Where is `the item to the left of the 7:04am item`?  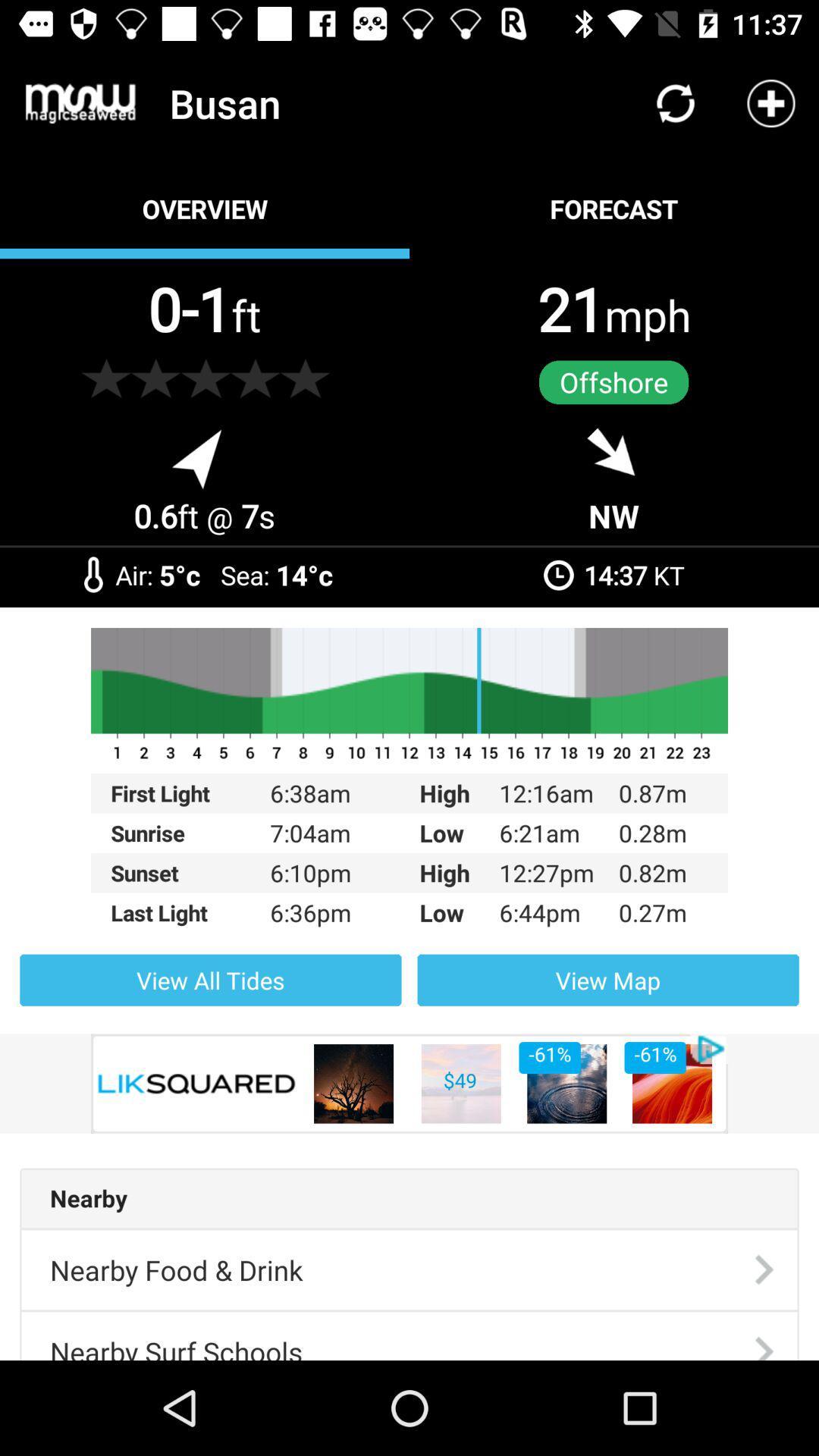 the item to the left of the 7:04am item is located at coordinates (190, 873).